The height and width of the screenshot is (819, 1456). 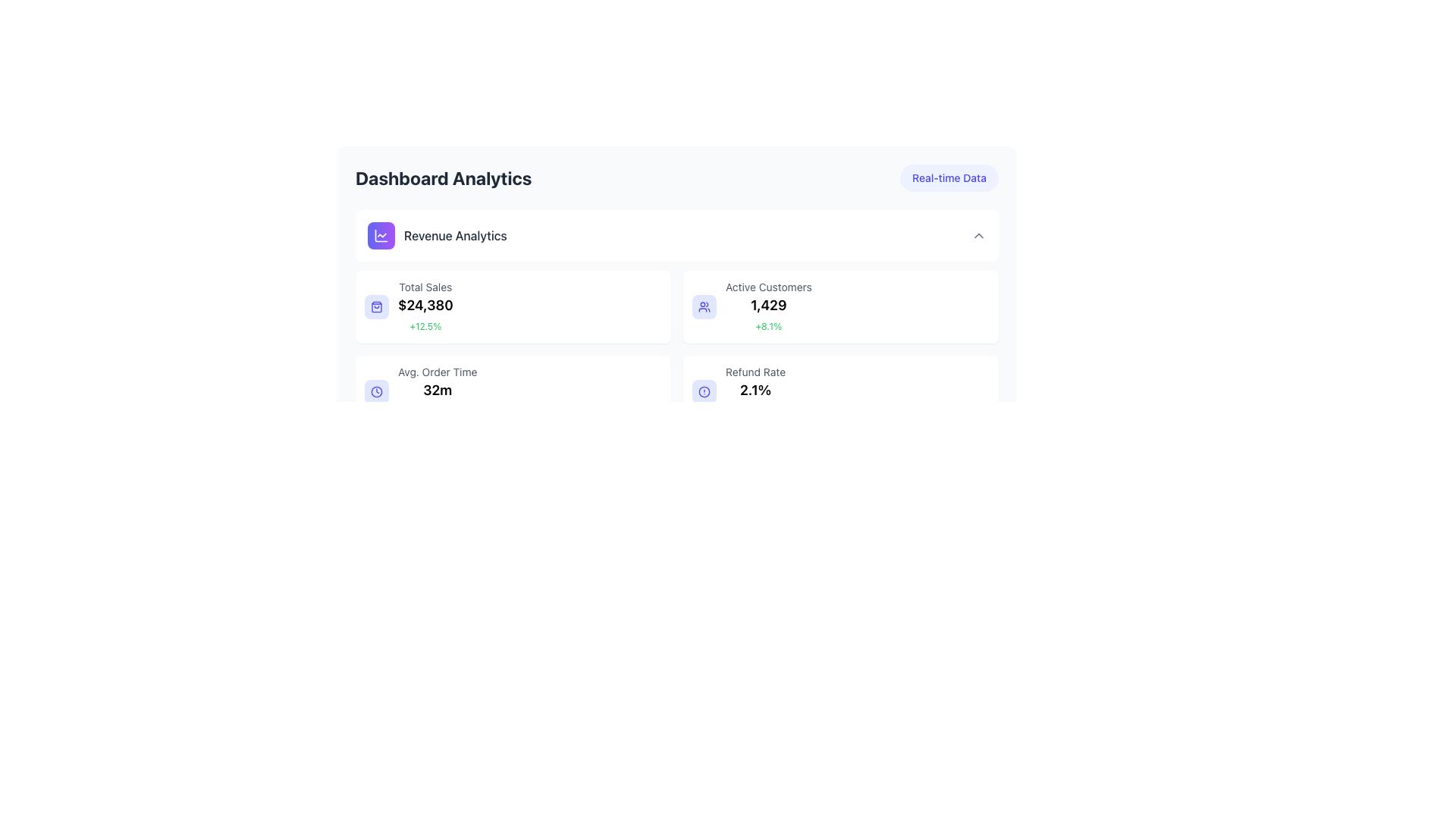 What do you see at coordinates (437, 390) in the screenshot?
I see `the Text Display Element that shows the average order time of 32 minutes, located in the 'Avg. Order Time' subsection of the dashboard` at bounding box center [437, 390].